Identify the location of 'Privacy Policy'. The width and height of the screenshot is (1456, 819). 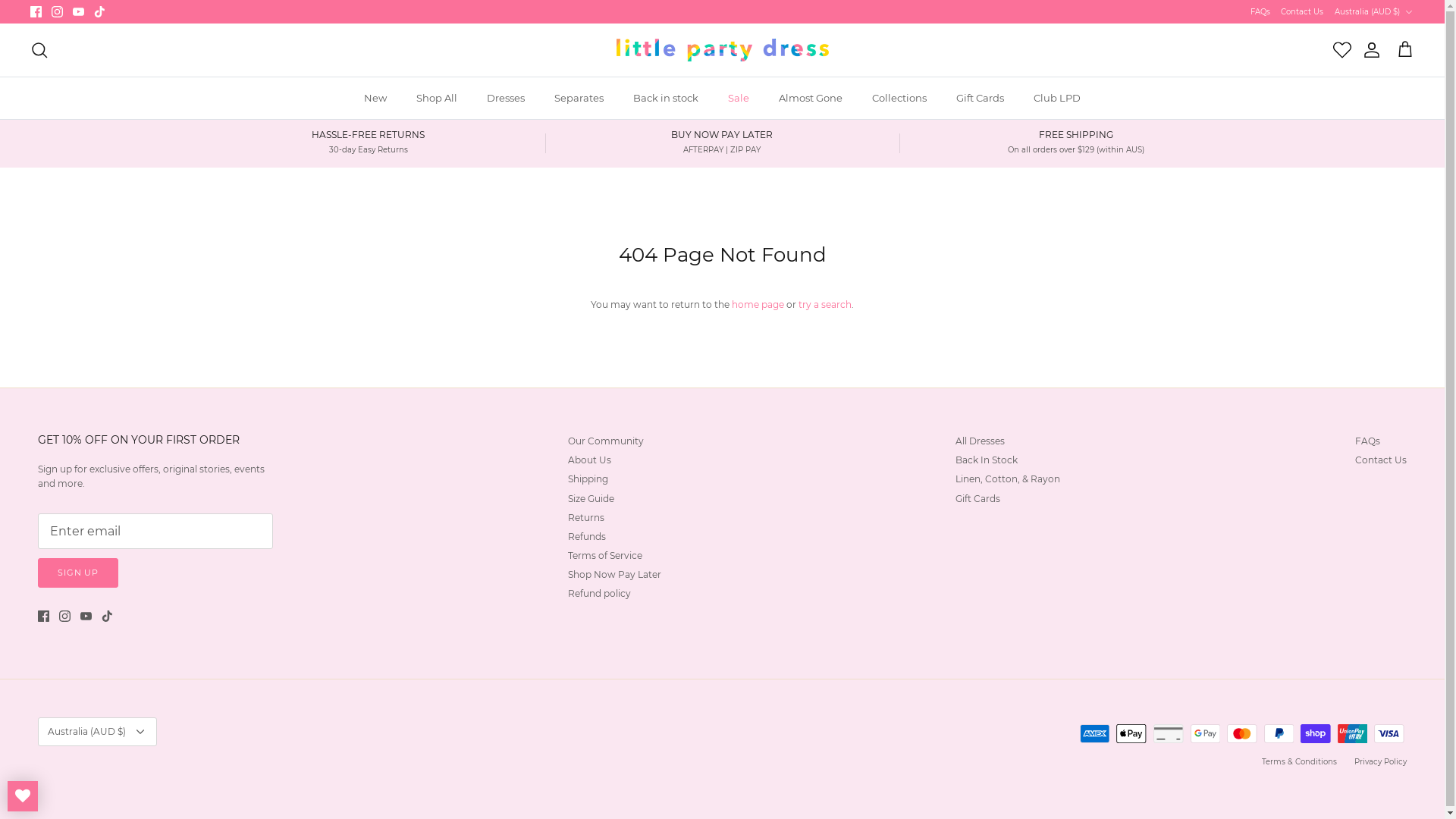
(1380, 761).